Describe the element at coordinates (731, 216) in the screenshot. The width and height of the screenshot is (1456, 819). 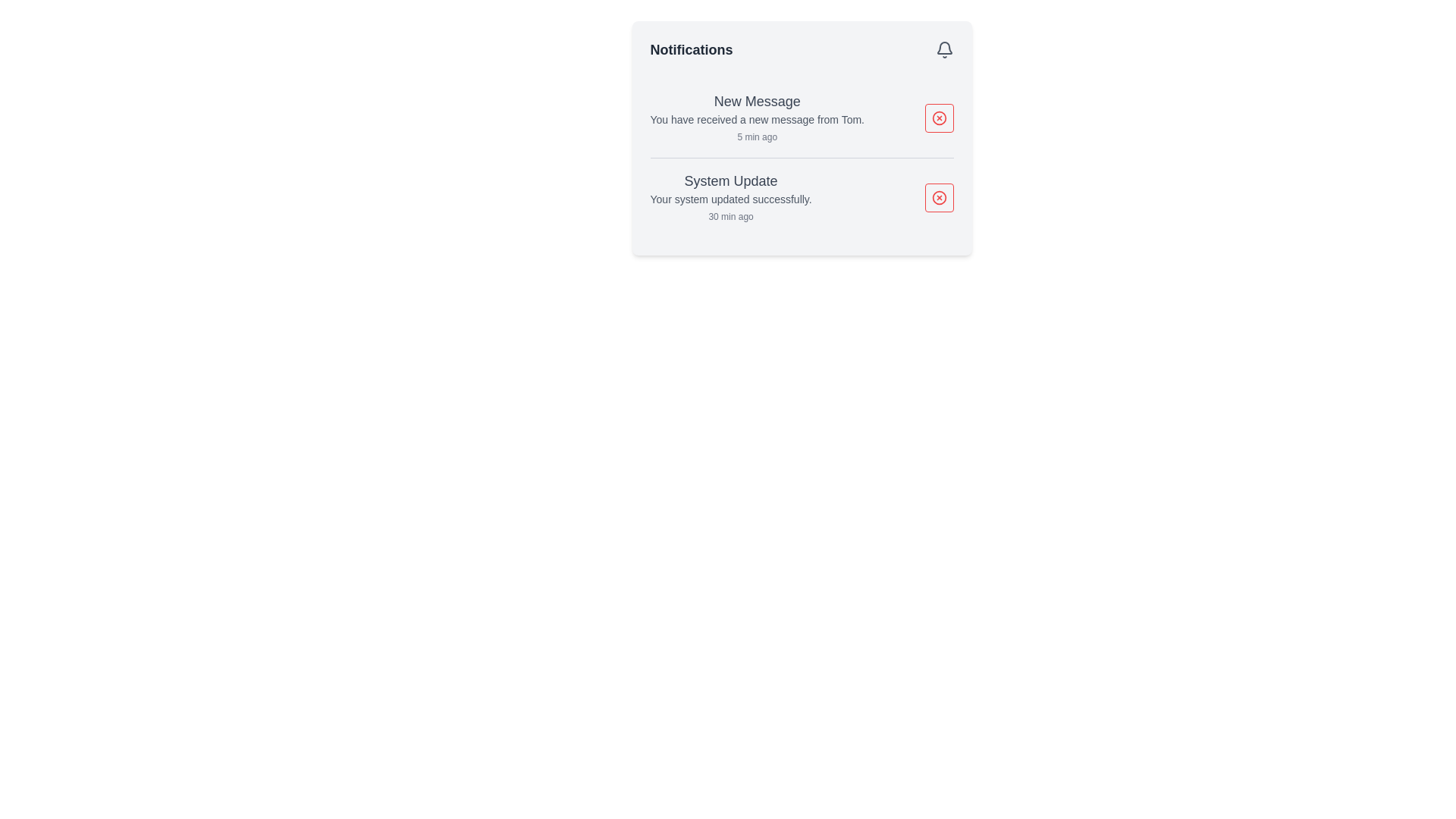
I see `the text label displaying '30 min ago' for accessibility tools` at that location.